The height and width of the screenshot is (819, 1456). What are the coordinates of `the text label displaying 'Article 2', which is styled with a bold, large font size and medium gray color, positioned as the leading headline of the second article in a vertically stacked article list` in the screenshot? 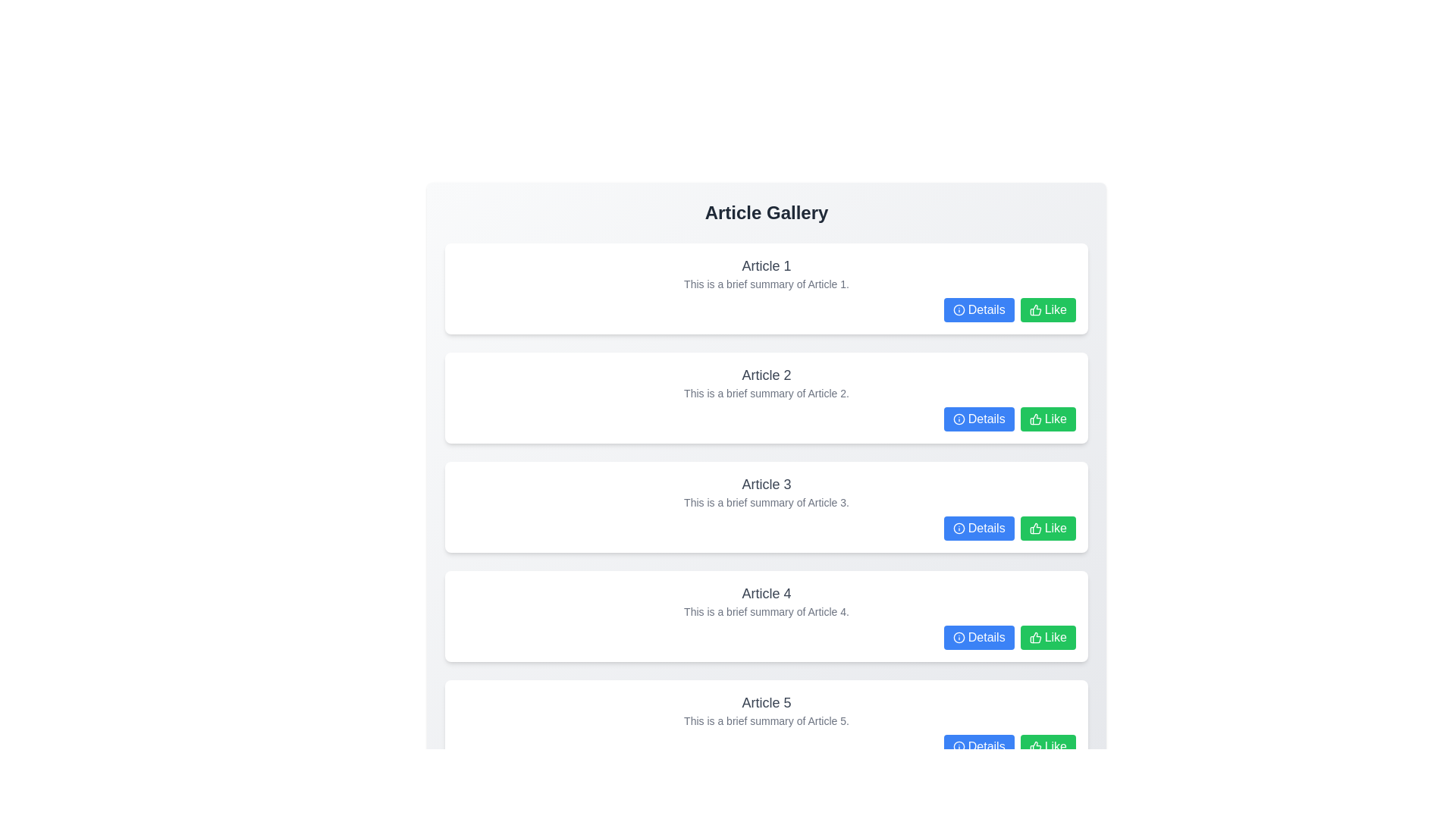 It's located at (767, 375).